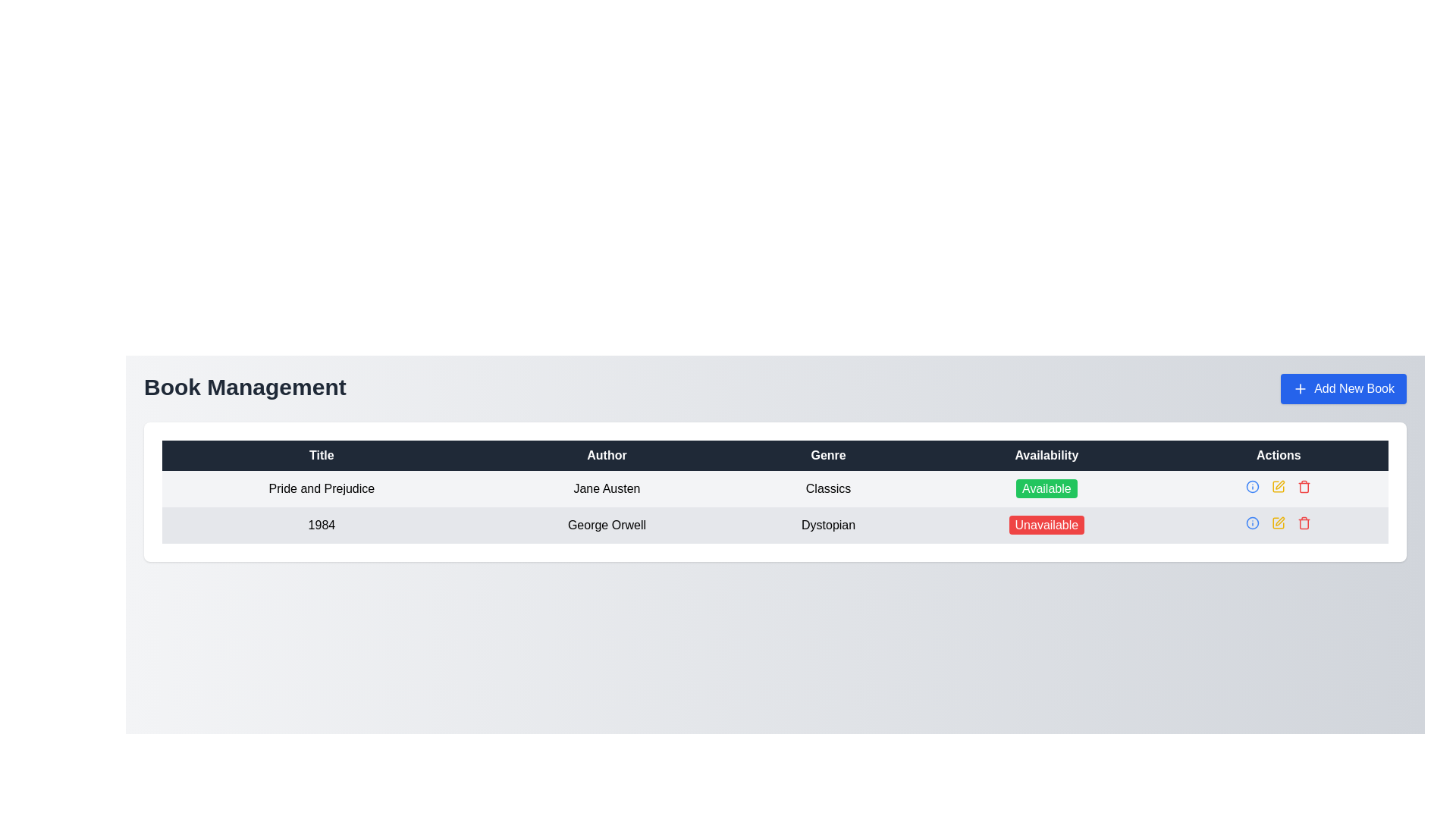 The width and height of the screenshot is (1456, 819). Describe the element at coordinates (1046, 488) in the screenshot. I see `the availability status label for the book 'Pride and Prejudice', which indicates that the book is currently available` at that location.